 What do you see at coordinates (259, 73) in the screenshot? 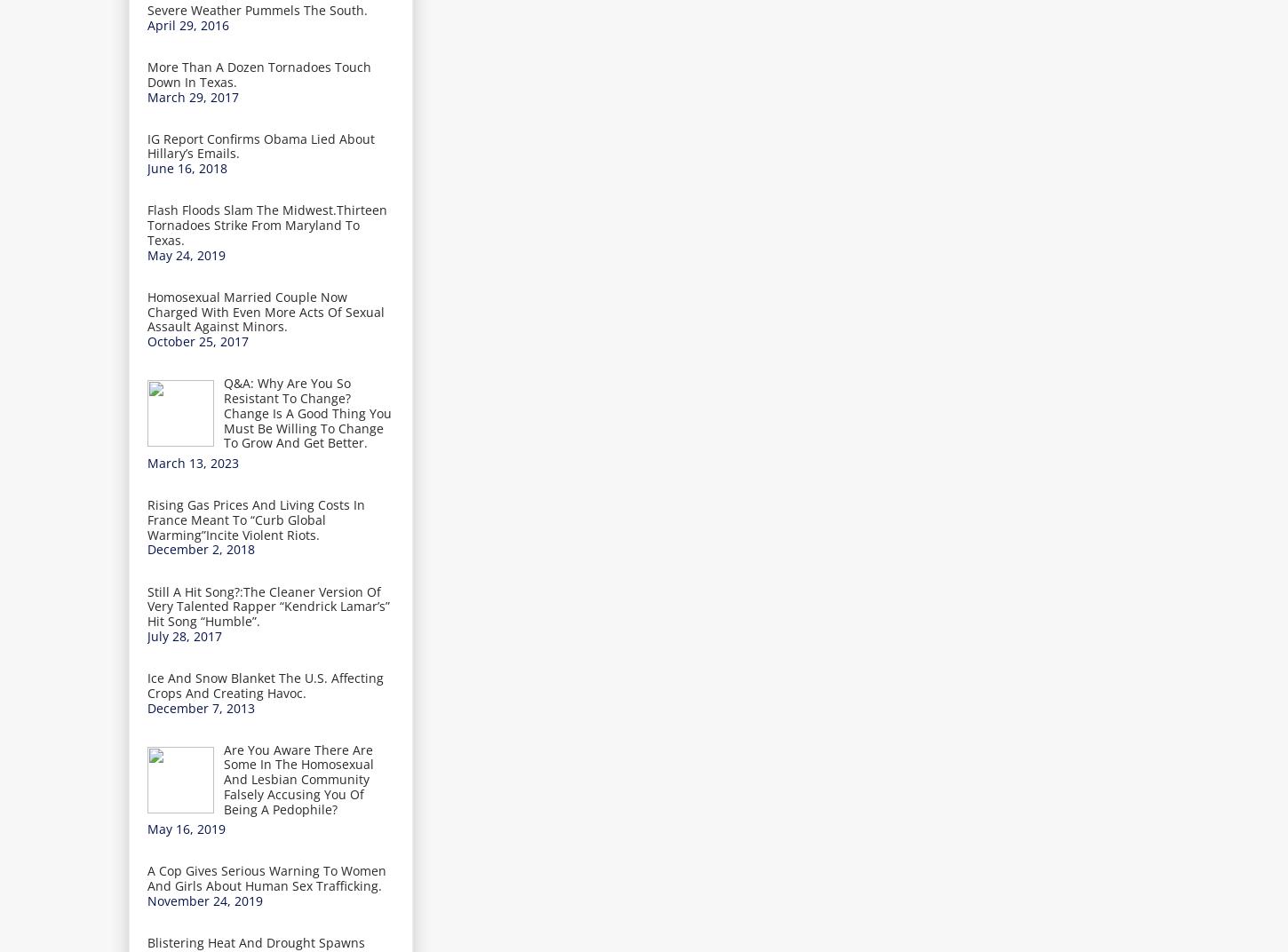
I see `'More Than A Dozen Tornadoes Touch Down In Texas.'` at bounding box center [259, 73].